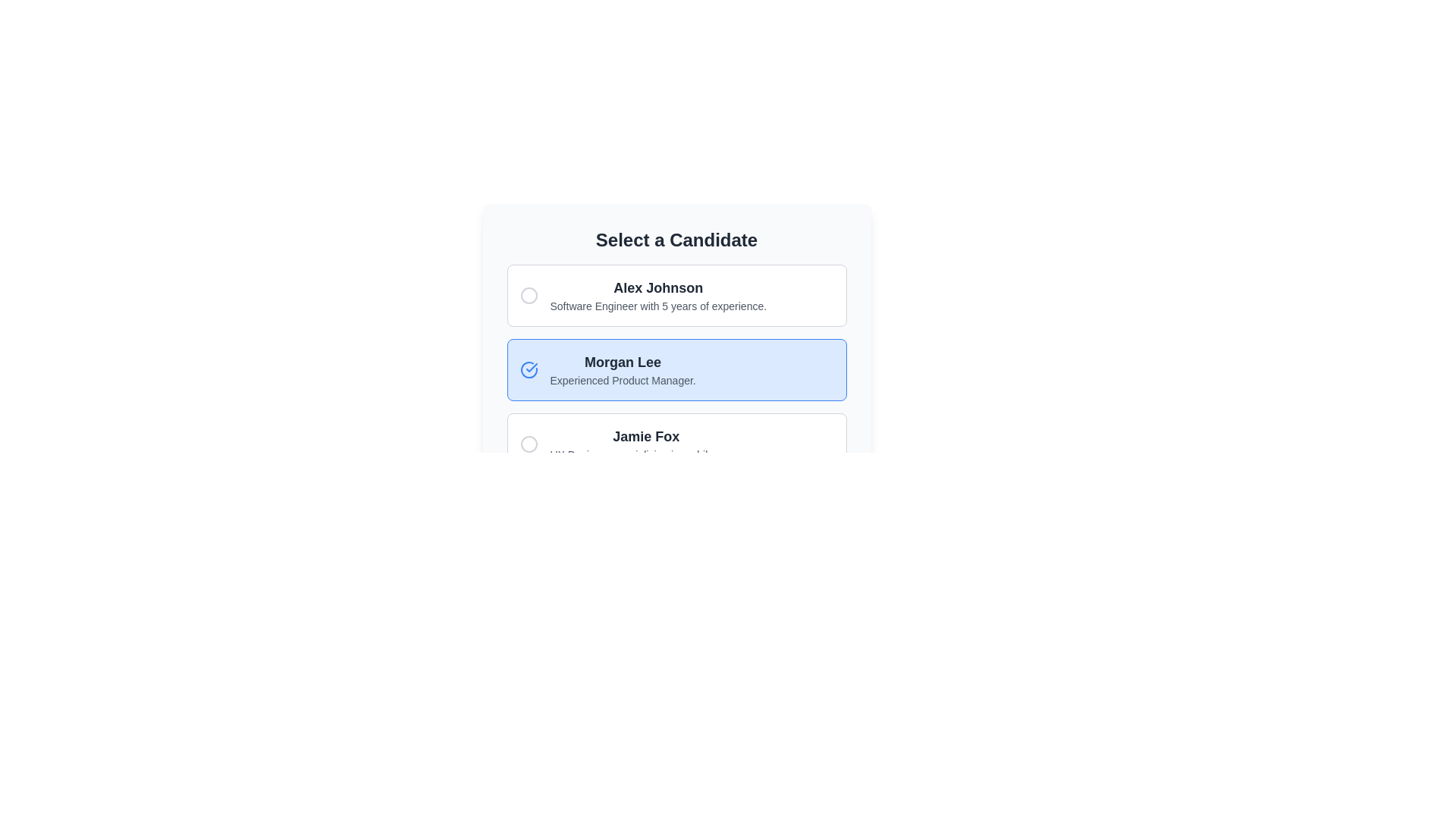 The image size is (1456, 819). I want to click on the text label providing information about the candidate 'Alex Johnson' located in the top candidate card under the 'Select a Candidate' section, positioned below the name and above the checkbox, so click(658, 306).